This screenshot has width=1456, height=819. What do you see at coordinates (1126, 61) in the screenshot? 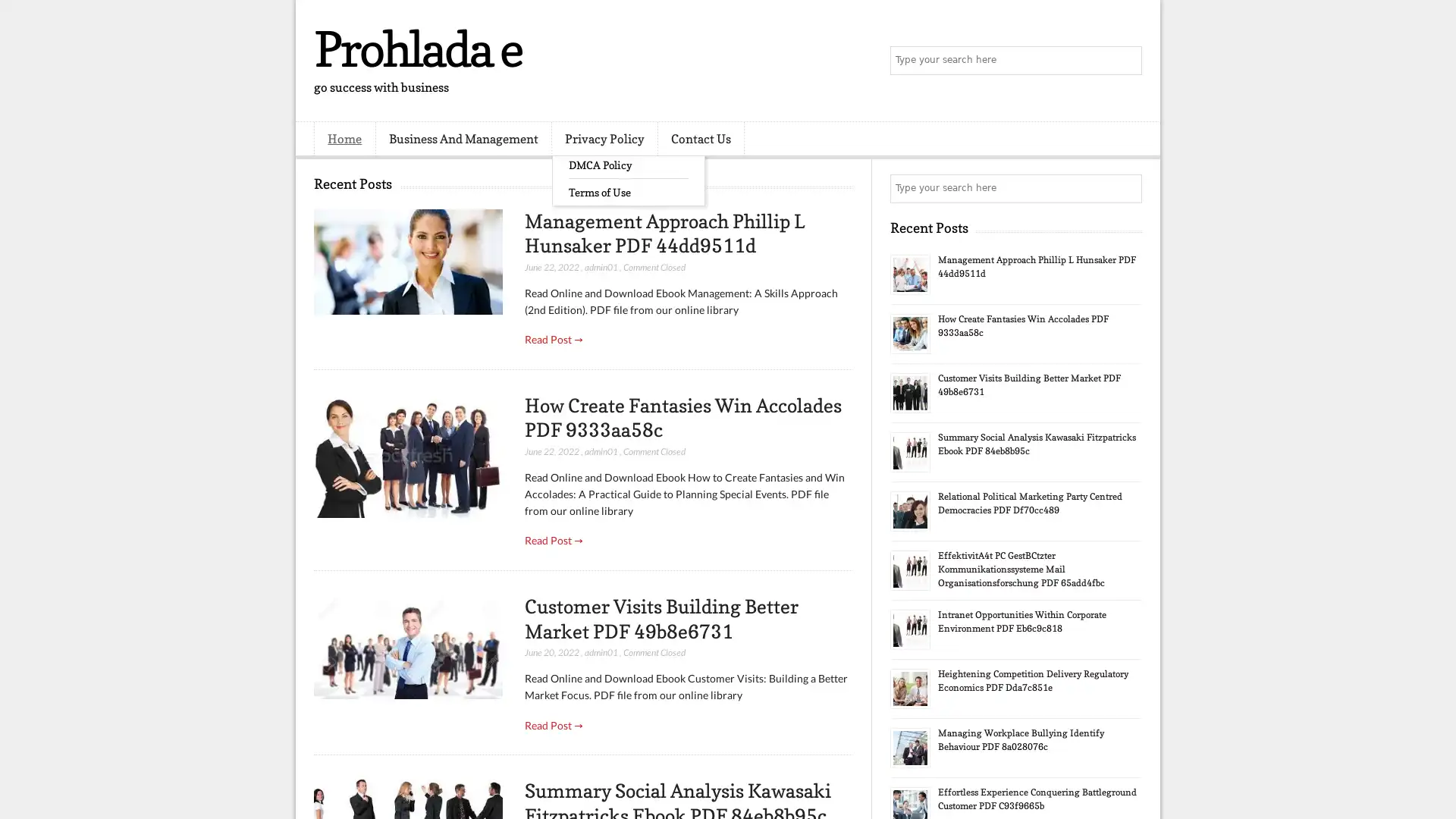
I see `Search` at bounding box center [1126, 61].